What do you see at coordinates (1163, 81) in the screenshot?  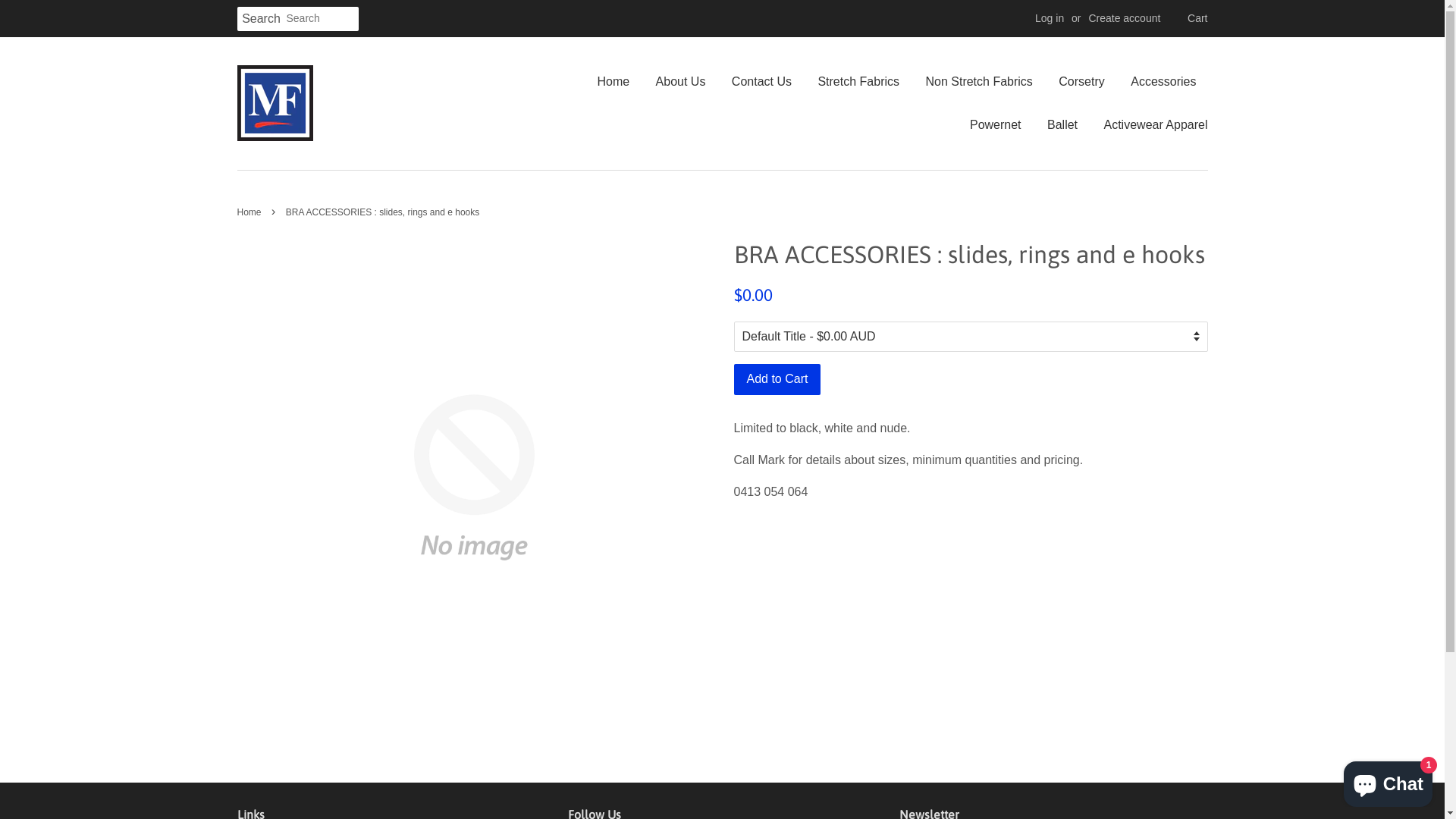 I see `'Accessories'` at bounding box center [1163, 81].